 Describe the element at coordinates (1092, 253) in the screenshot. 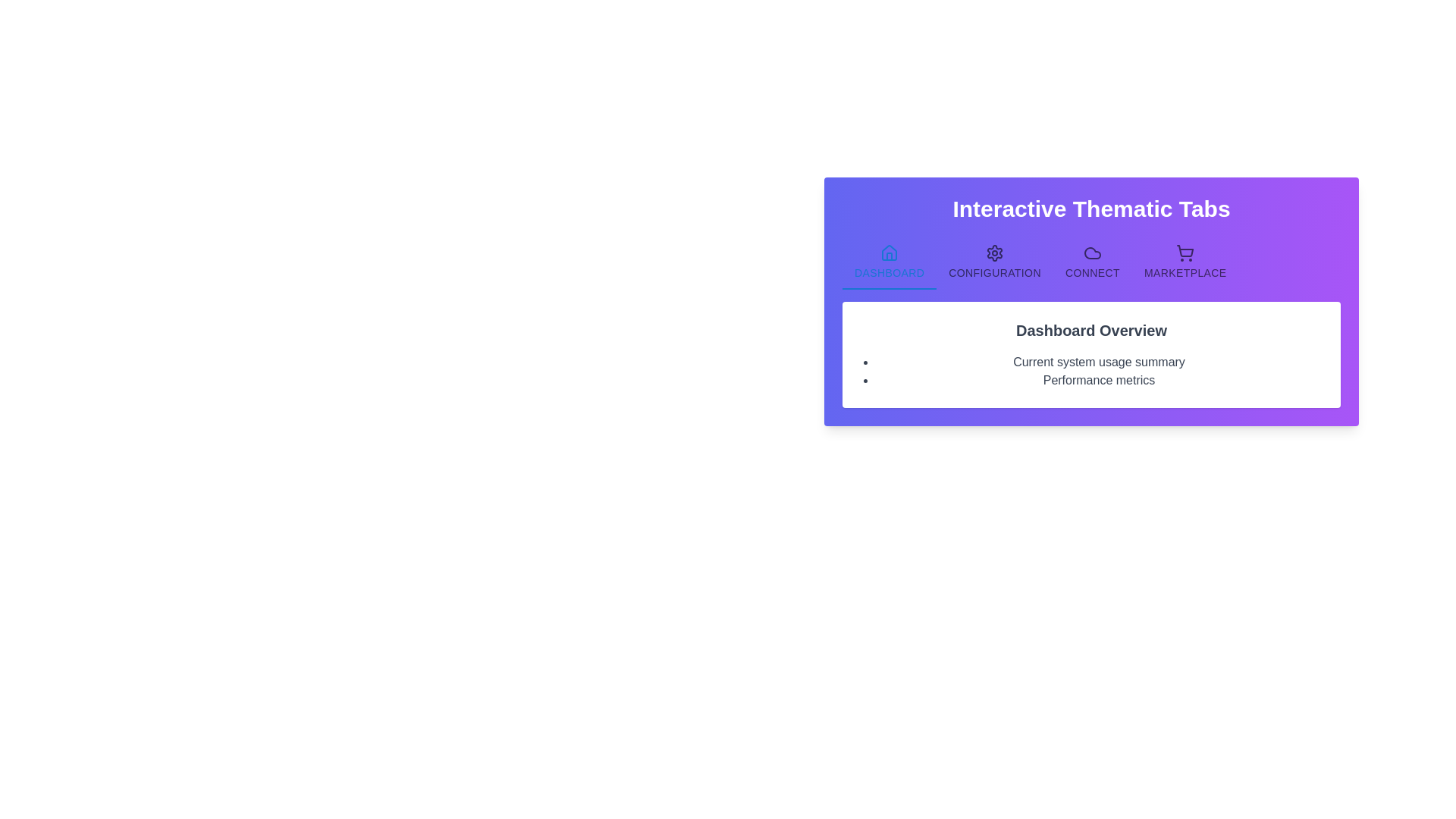

I see `the cloud-shaped outline icon located within the 'CONNECT' tab on the menu bar` at that location.